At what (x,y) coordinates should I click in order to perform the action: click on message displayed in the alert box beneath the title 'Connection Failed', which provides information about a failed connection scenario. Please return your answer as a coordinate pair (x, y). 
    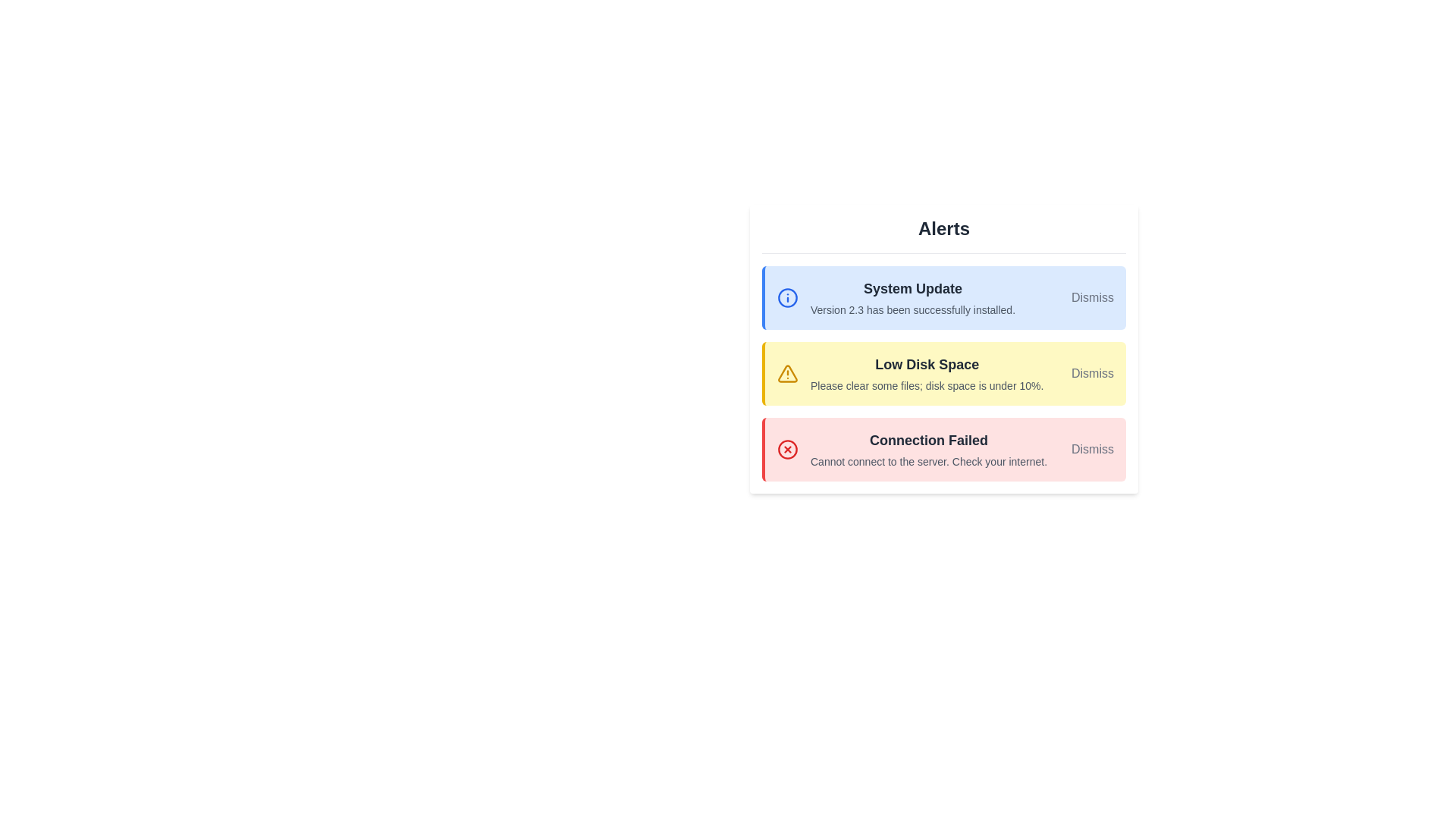
    Looking at the image, I should click on (927, 461).